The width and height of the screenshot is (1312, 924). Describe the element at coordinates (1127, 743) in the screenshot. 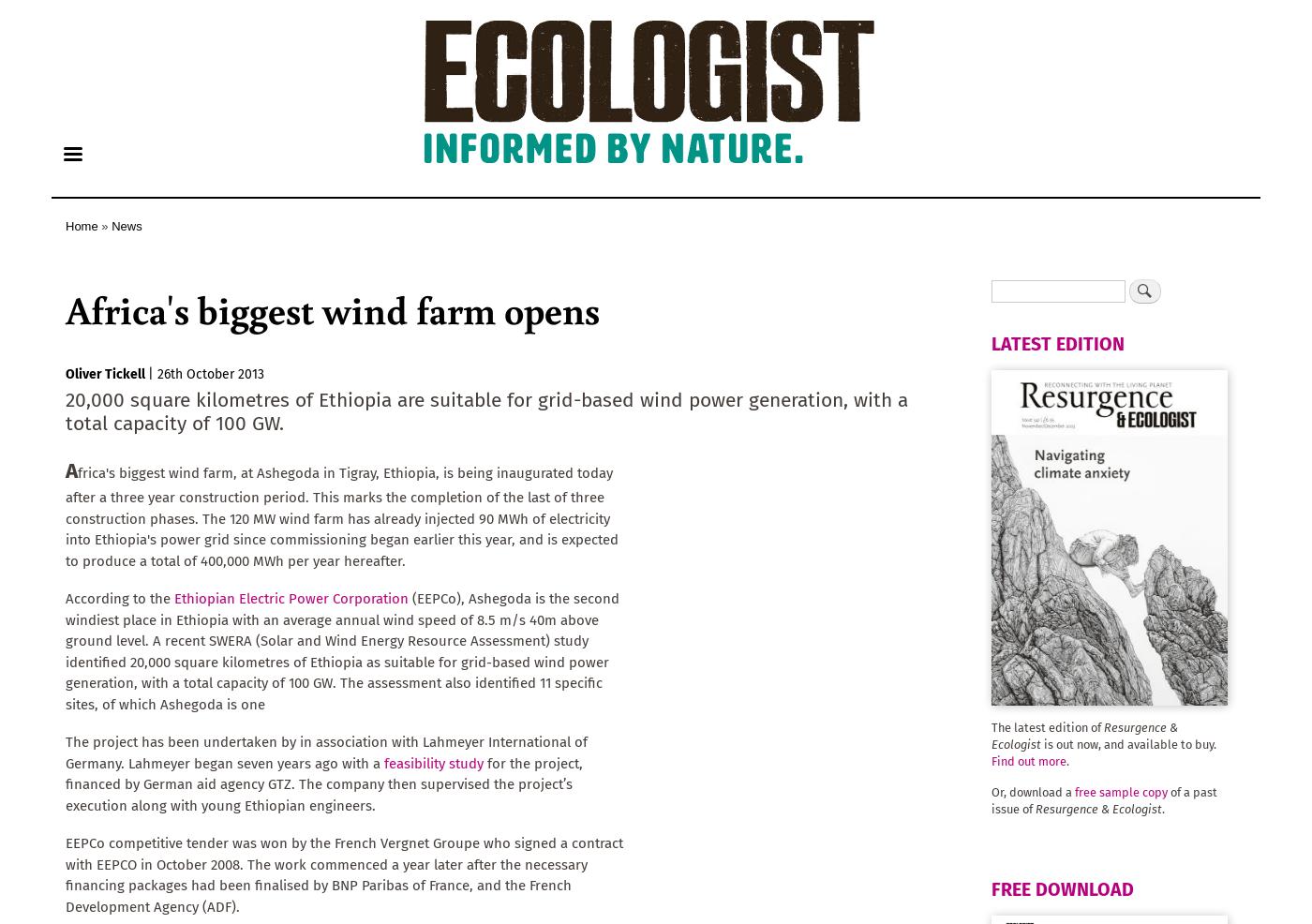

I see `'is out now, and available to buy.'` at that location.